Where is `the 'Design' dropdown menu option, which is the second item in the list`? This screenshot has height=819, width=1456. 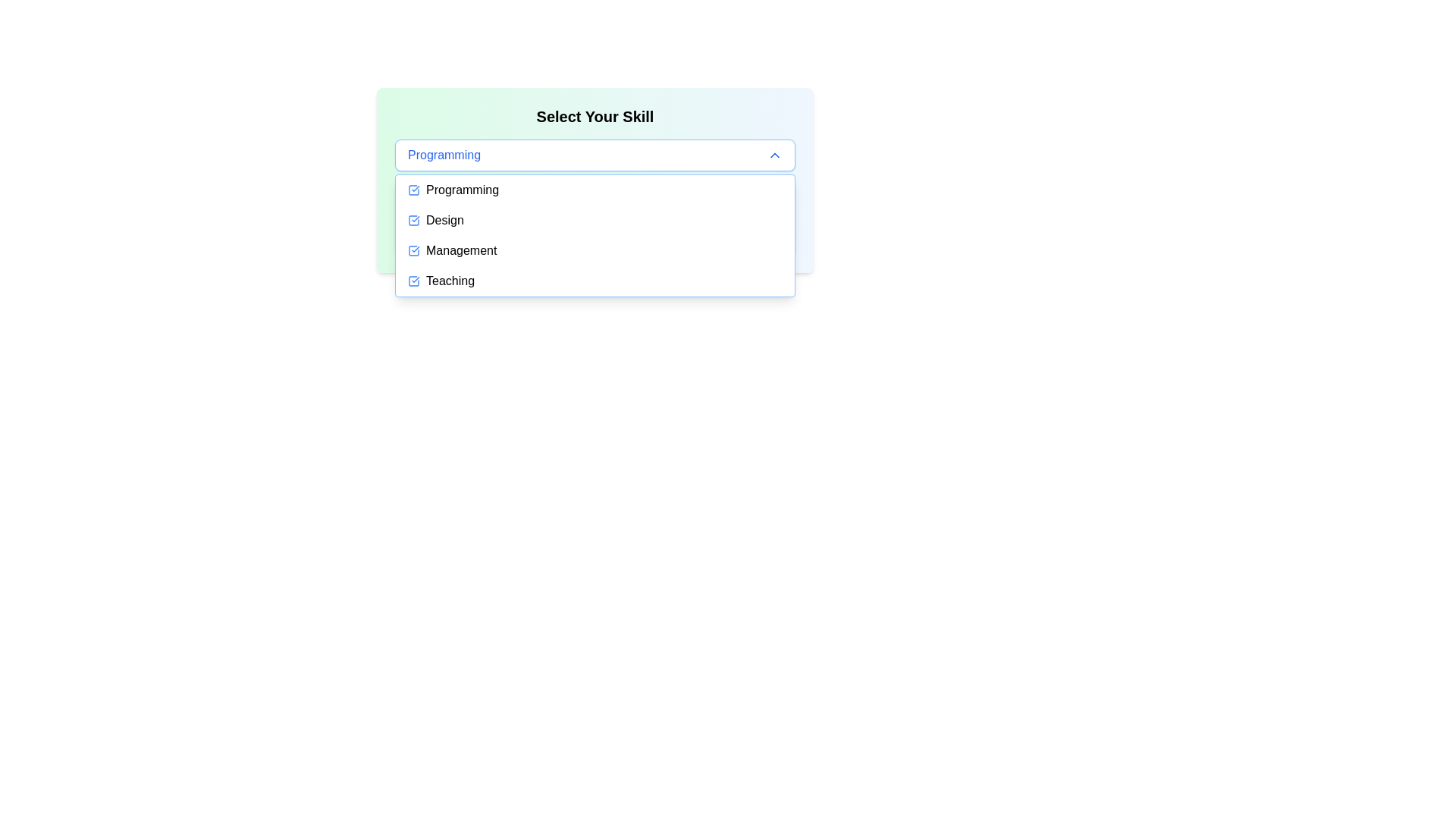
the 'Design' dropdown menu option, which is the second item in the list is located at coordinates (595, 220).